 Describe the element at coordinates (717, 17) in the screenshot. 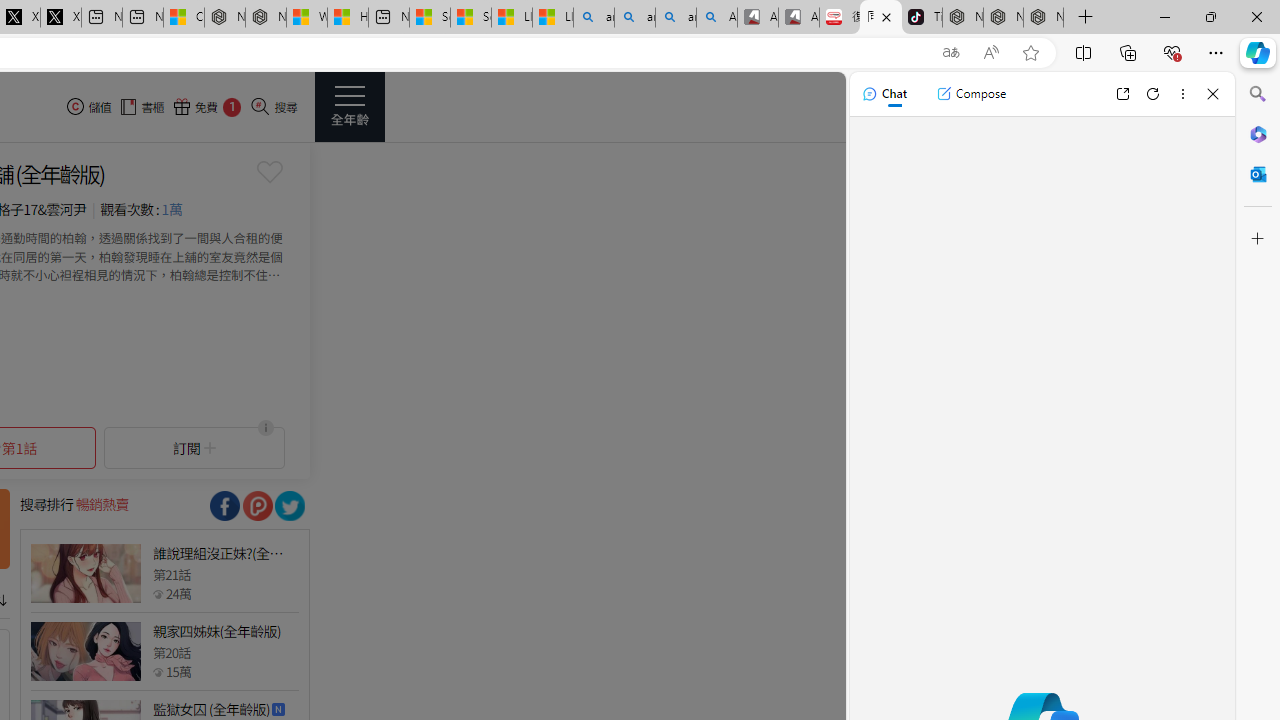

I see `'Amazon Echo Robot - Search Images'` at that location.